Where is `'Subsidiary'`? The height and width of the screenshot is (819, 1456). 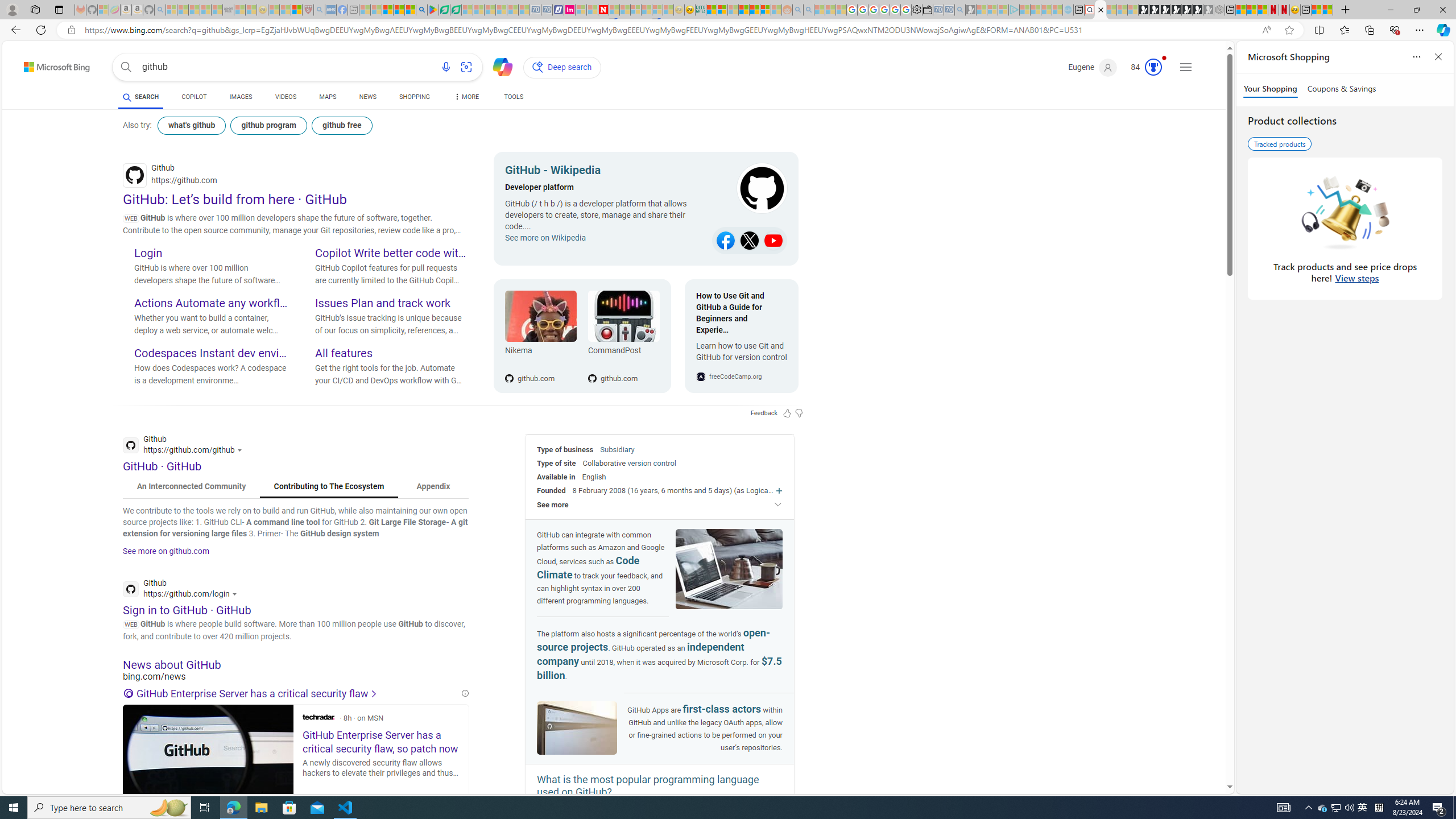
'Subsidiary' is located at coordinates (617, 449).